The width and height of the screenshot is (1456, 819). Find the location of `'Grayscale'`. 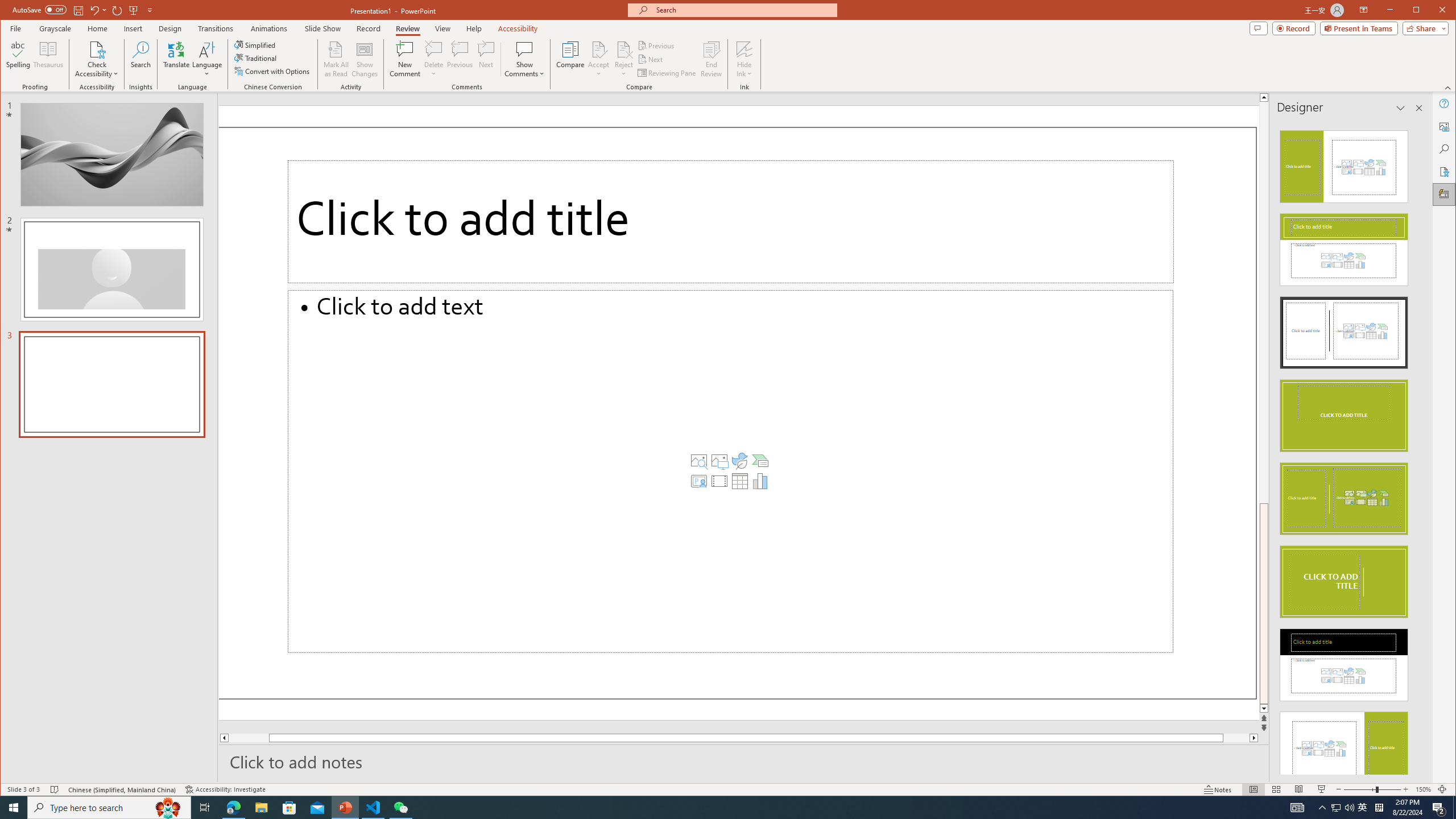

'Grayscale' is located at coordinates (55, 28).